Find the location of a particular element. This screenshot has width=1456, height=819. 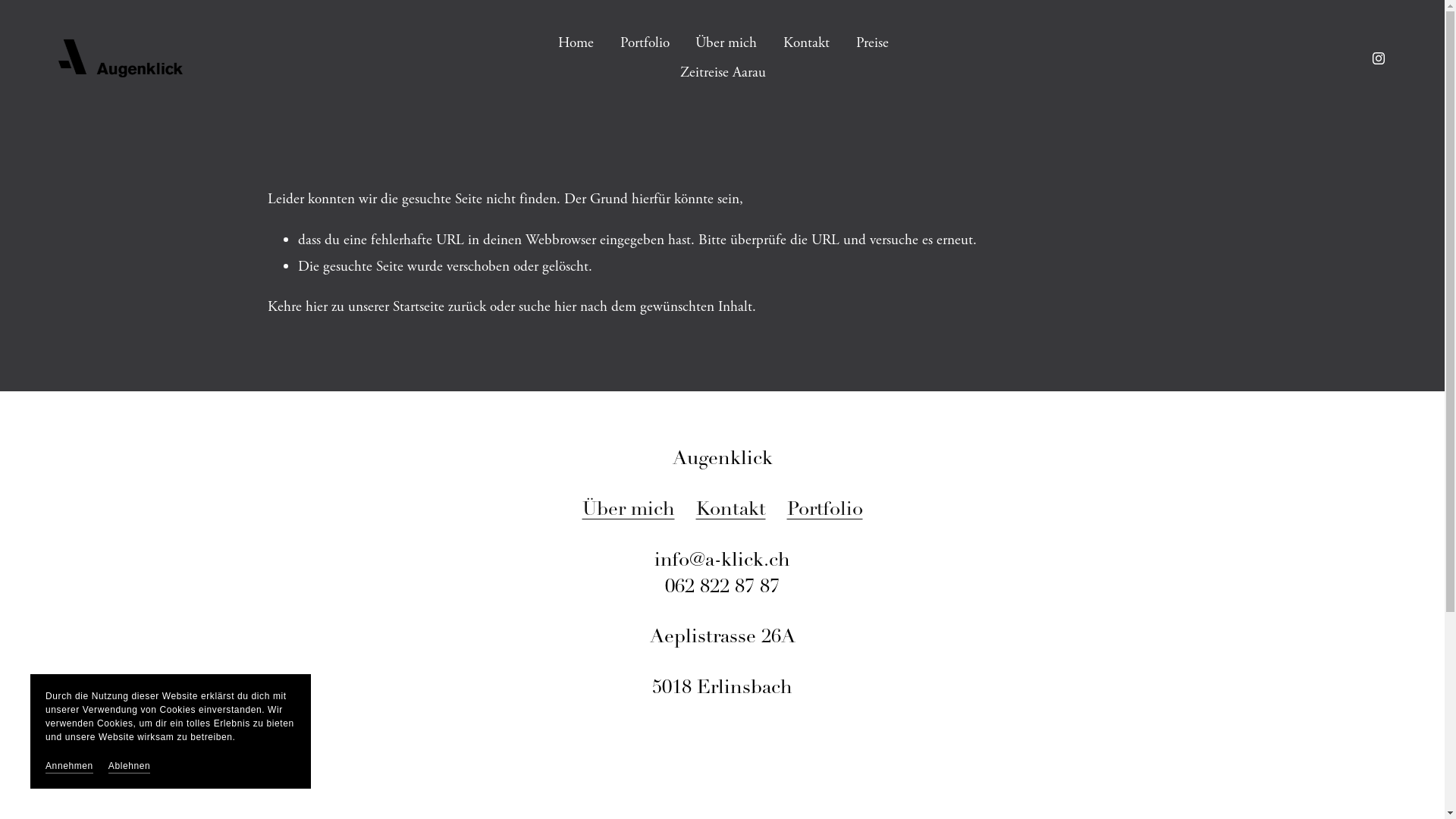

'Preise' is located at coordinates (872, 42).